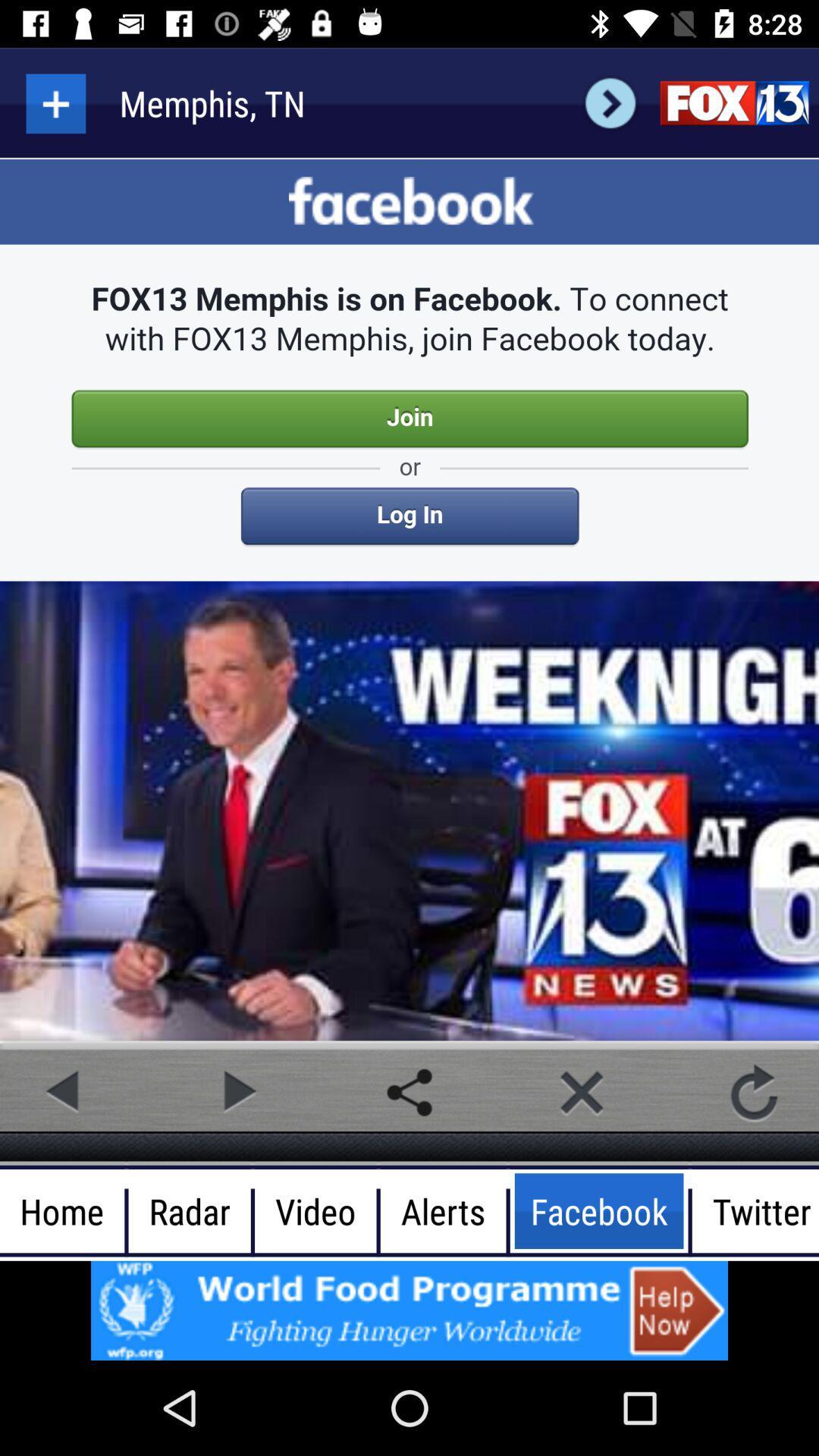 This screenshot has height=1456, width=819. What do you see at coordinates (409, 1310) in the screenshot?
I see `advertisement` at bounding box center [409, 1310].